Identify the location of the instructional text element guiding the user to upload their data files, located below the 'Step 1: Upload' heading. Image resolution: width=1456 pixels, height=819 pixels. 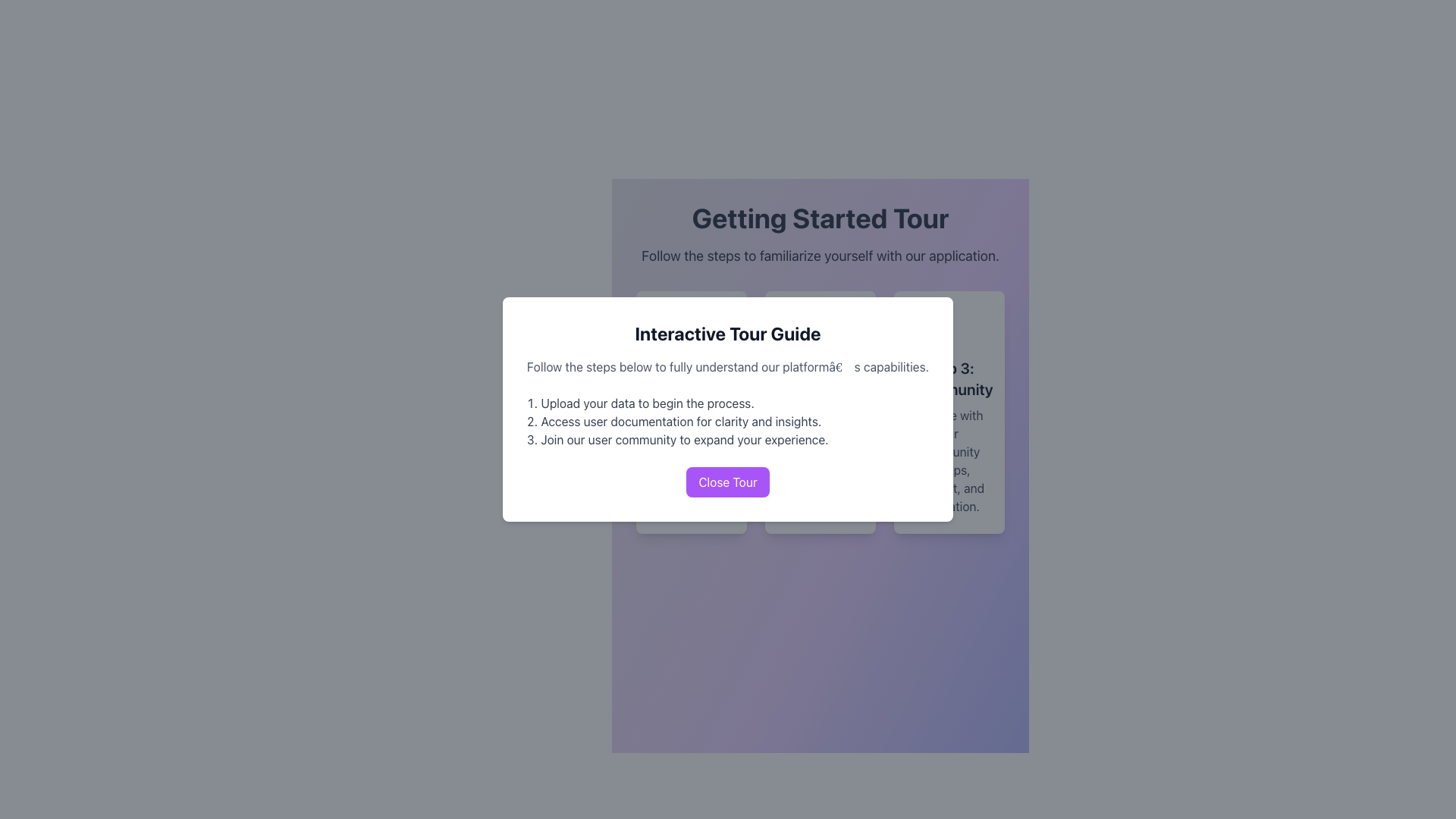
(691, 460).